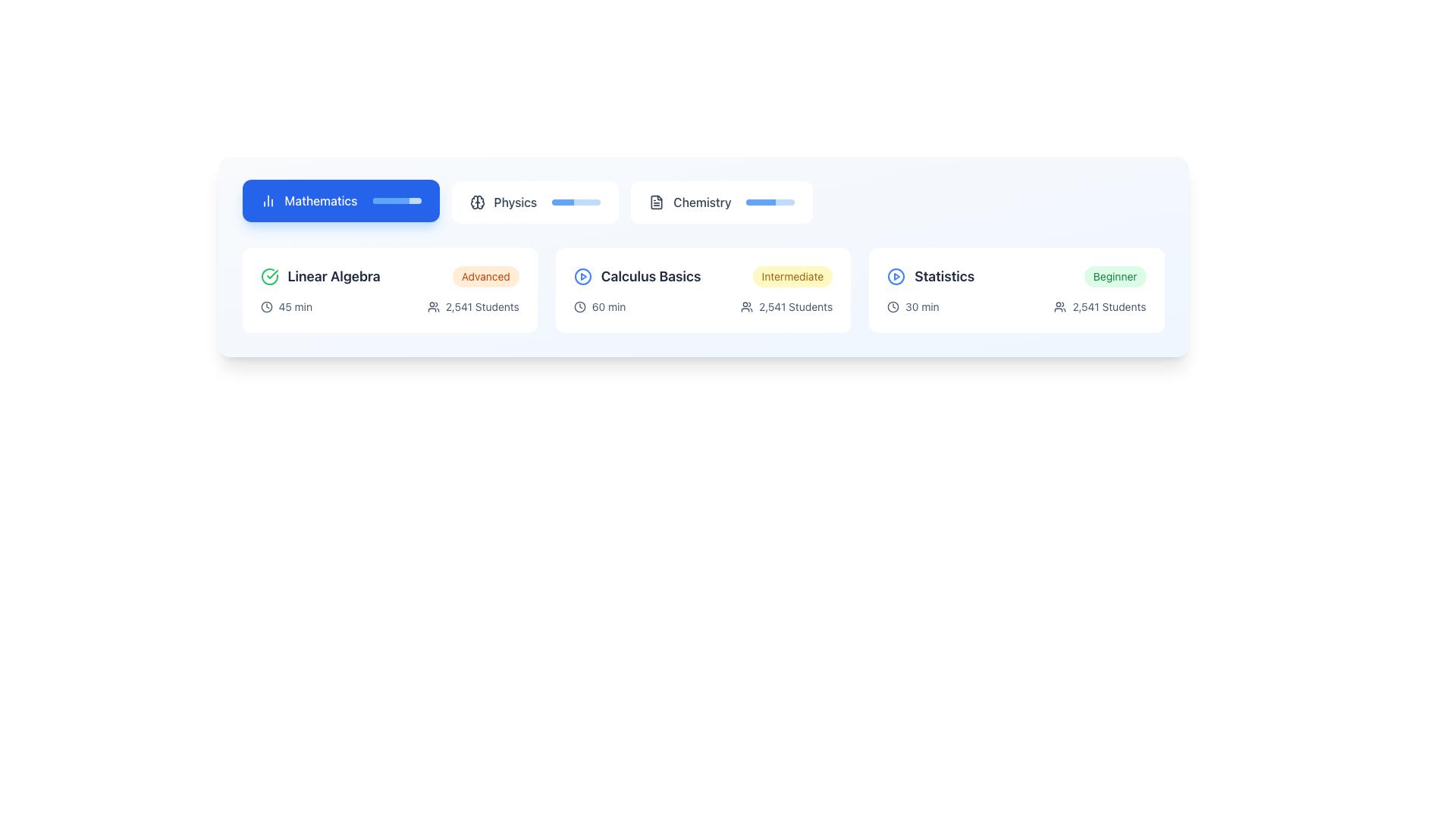 The height and width of the screenshot is (819, 1456). What do you see at coordinates (792, 277) in the screenshot?
I see `the yellow tag labeled 'Intermediate' located to the right of the 'Calculus Basics' title within its card` at bounding box center [792, 277].